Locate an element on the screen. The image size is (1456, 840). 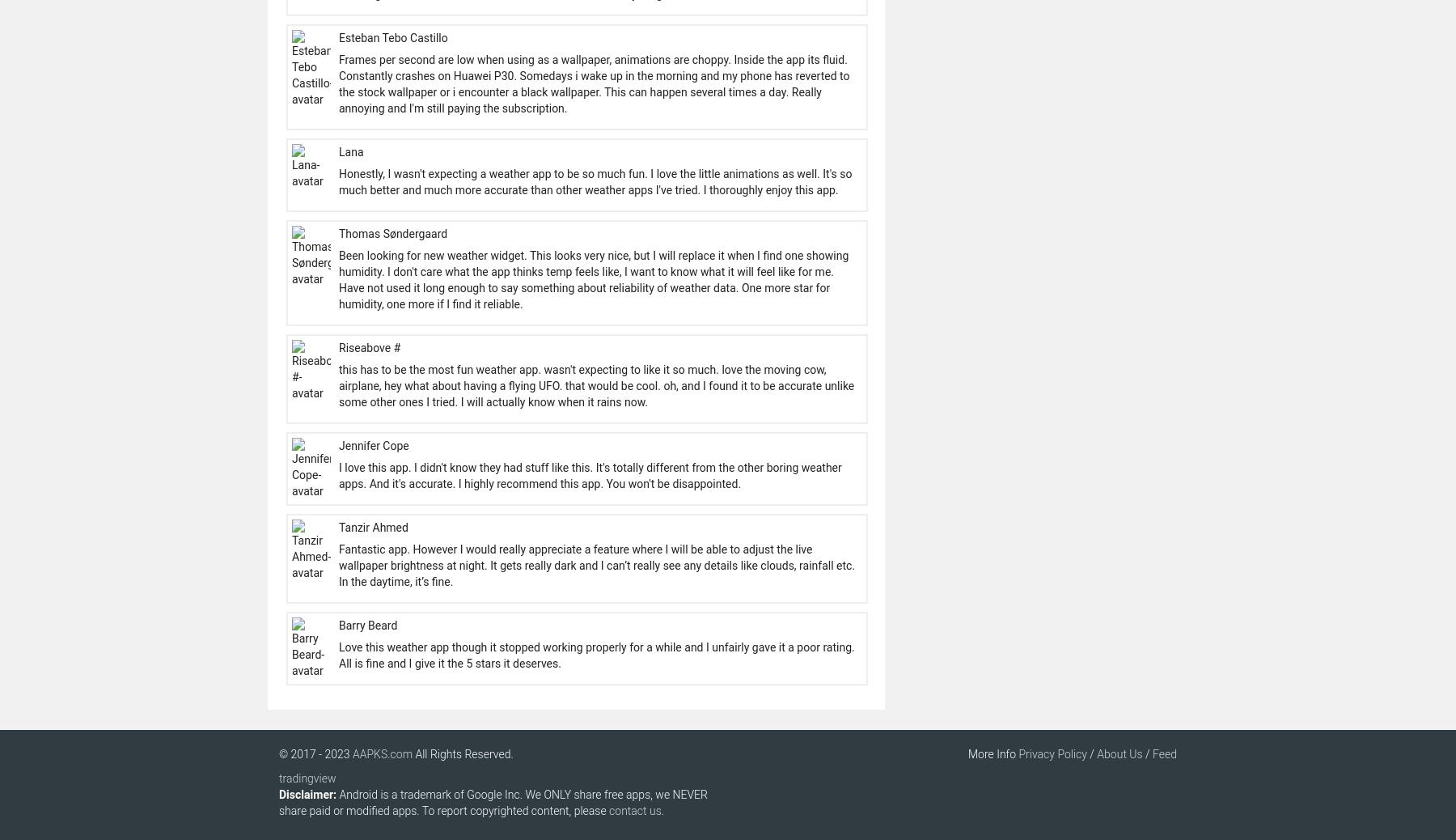
'Android is a trademark of Google Inc. We ONLY share free apps, we NEVER share paid or modified apps. To report copyrighted content, please' is located at coordinates (493, 803).